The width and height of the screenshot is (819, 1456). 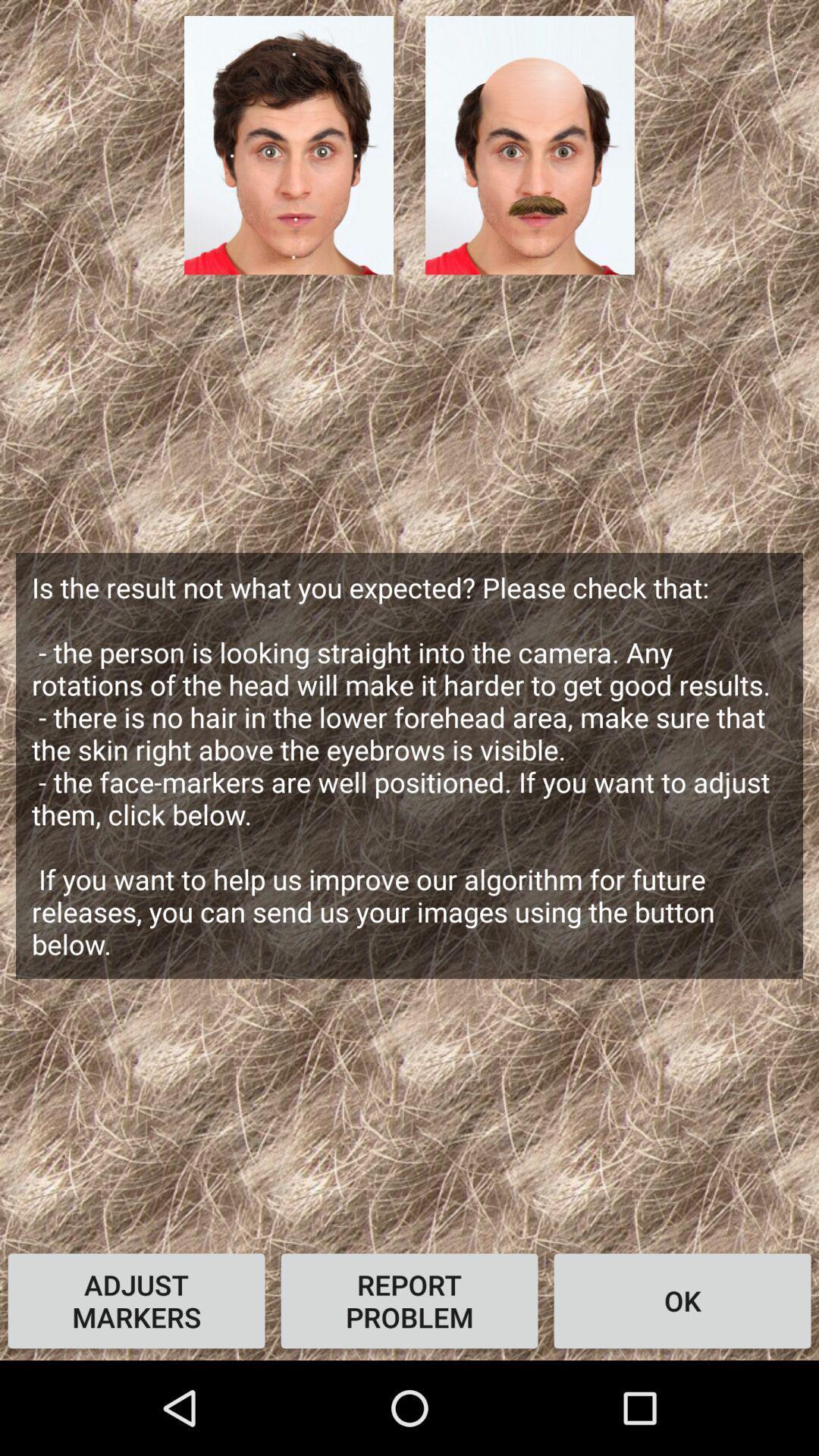 I want to click on the icon at the bottom right corner, so click(x=681, y=1300).